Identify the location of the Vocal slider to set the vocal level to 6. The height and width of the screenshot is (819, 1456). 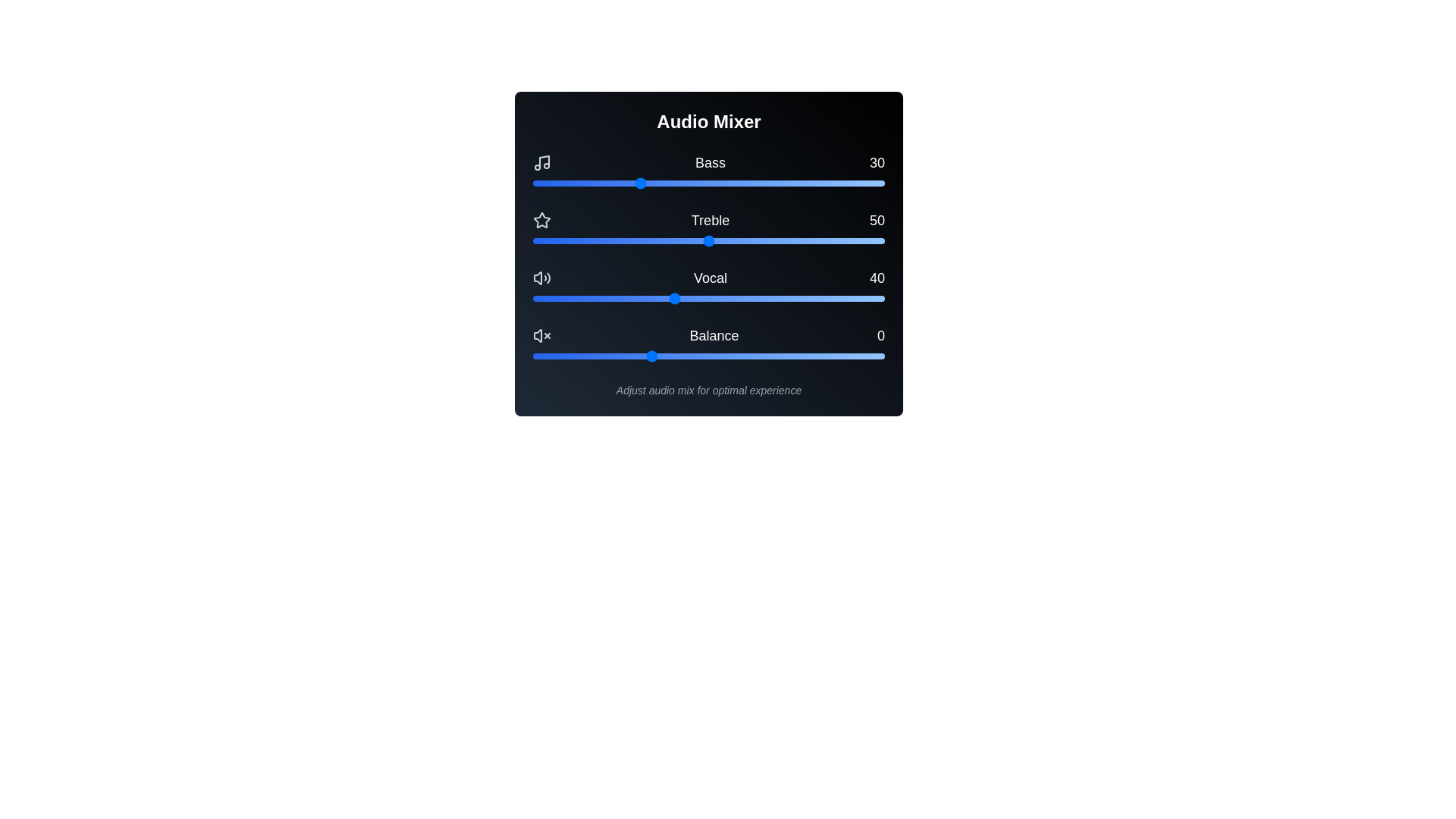
(553, 298).